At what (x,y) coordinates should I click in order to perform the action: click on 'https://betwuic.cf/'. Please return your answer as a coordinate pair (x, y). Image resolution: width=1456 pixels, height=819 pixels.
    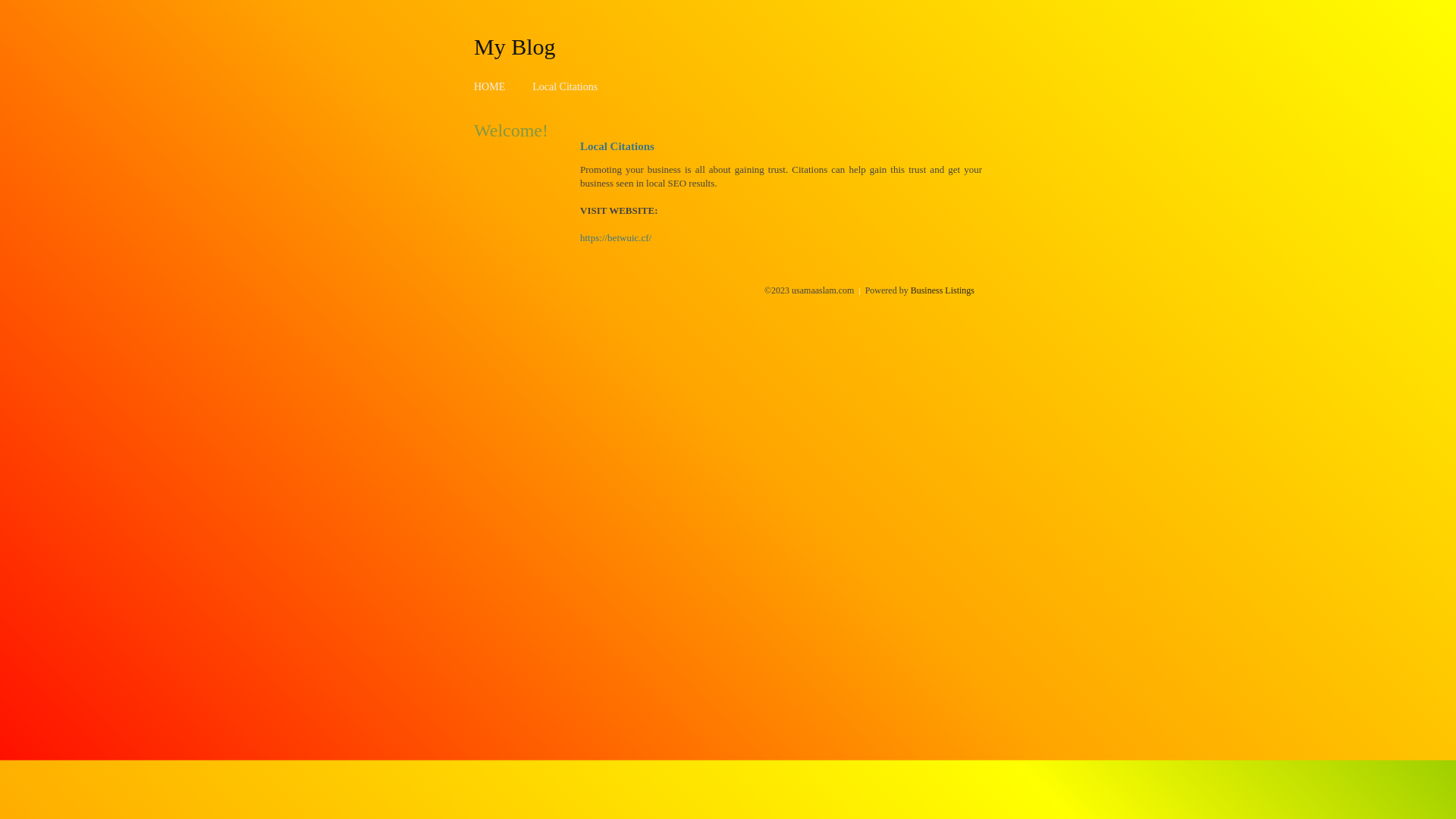
    Looking at the image, I should click on (615, 237).